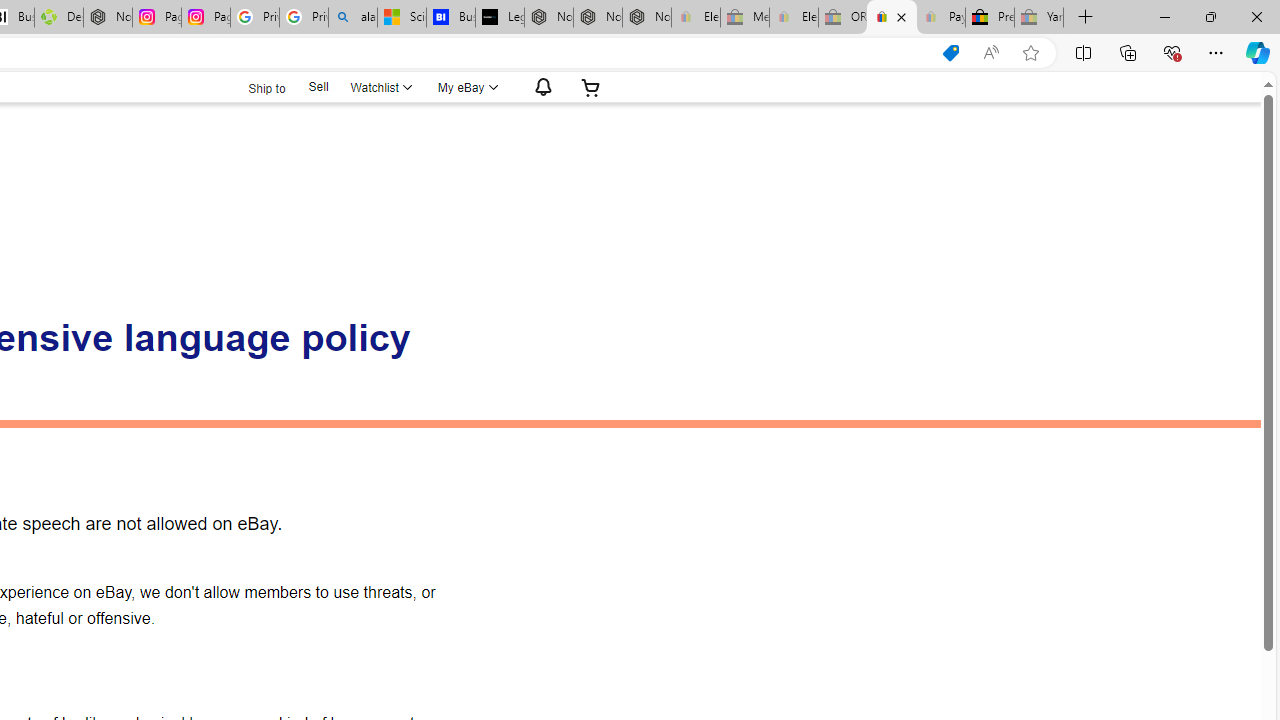 This screenshot has height=720, width=1280. What do you see at coordinates (380, 86) in the screenshot?
I see `'WatchlistExpand Watch List'` at bounding box center [380, 86].